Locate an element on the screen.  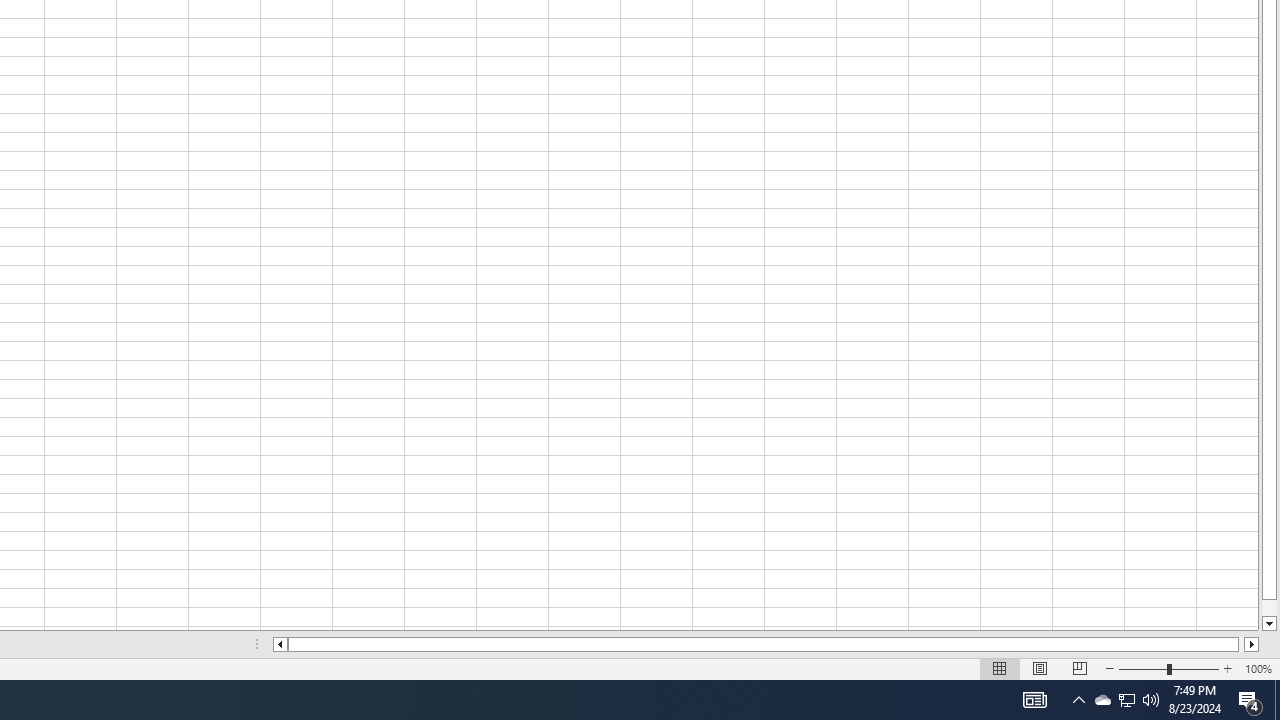
'Column left' is located at coordinates (278, 644).